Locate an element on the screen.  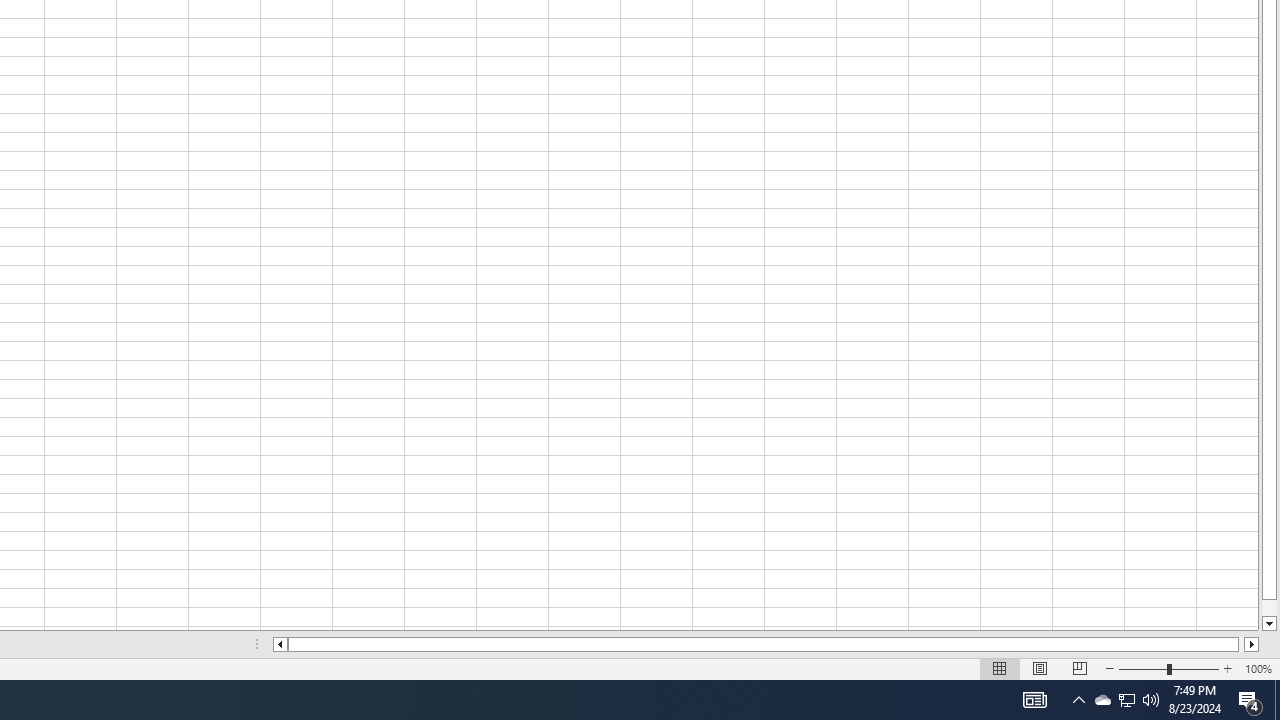
'Column left' is located at coordinates (278, 644).